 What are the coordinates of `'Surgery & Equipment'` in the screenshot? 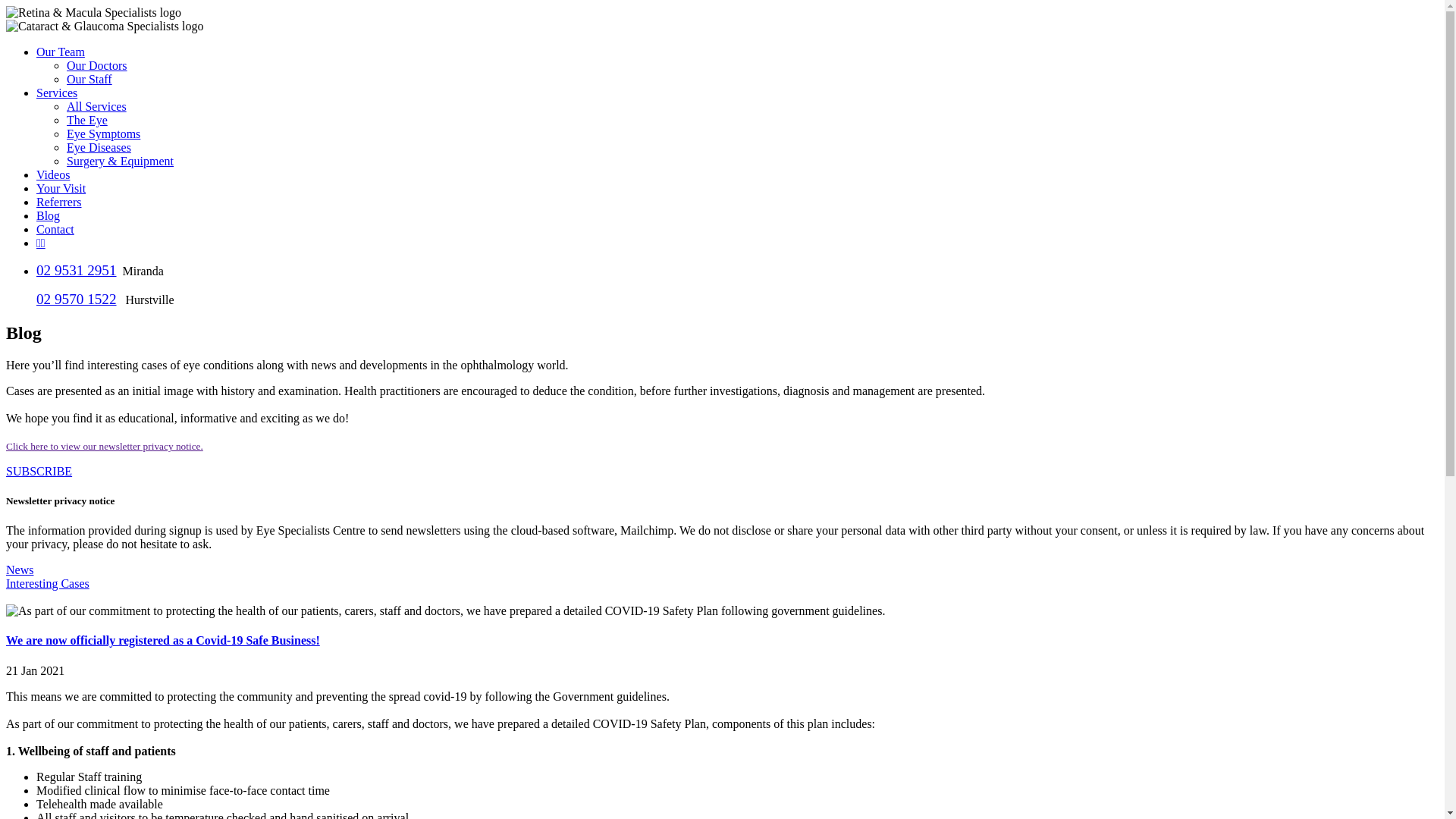 It's located at (119, 161).